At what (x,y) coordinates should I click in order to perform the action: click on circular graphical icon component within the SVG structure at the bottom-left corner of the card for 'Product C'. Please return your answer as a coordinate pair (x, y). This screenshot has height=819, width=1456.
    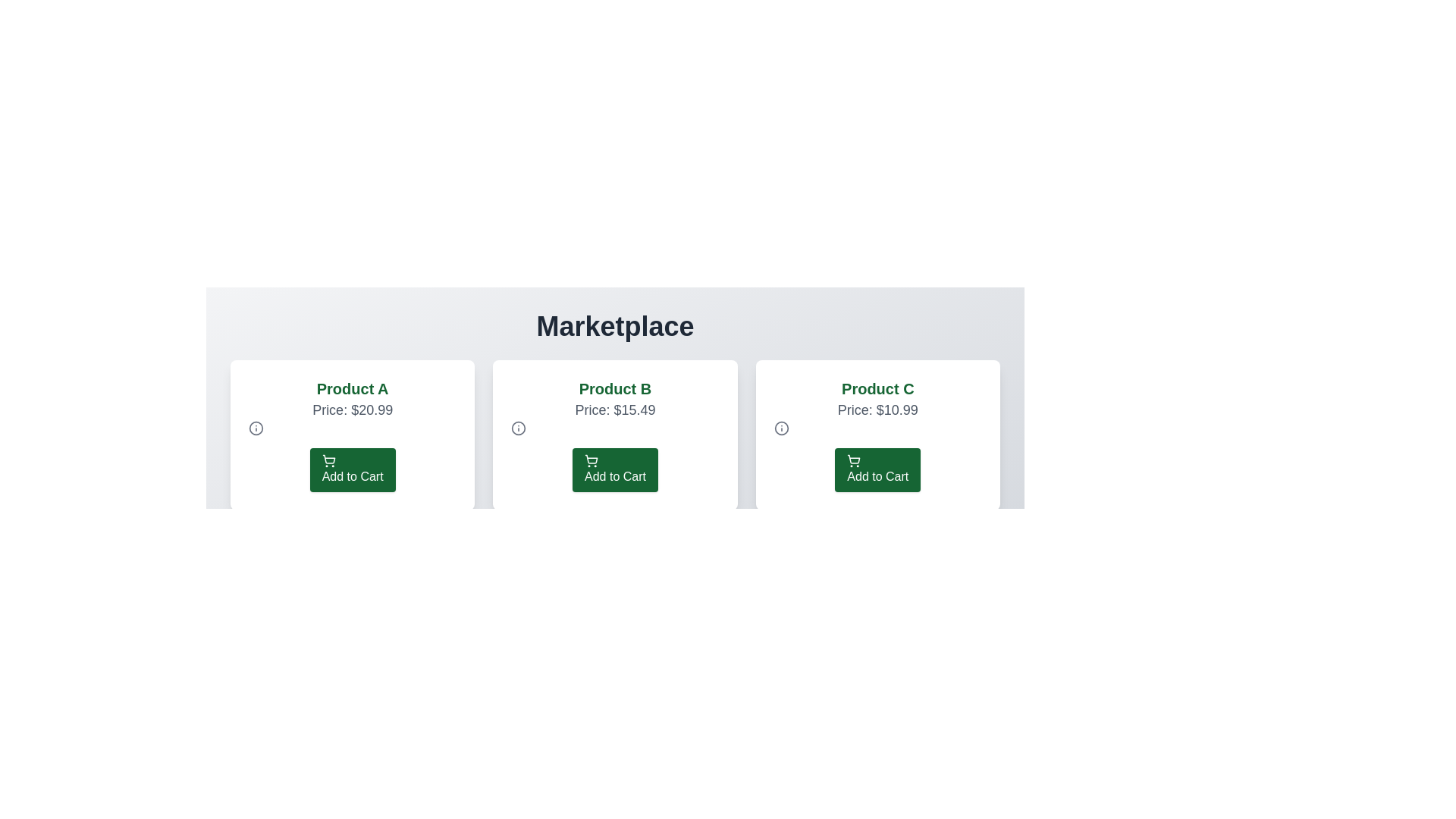
    Looking at the image, I should click on (781, 428).